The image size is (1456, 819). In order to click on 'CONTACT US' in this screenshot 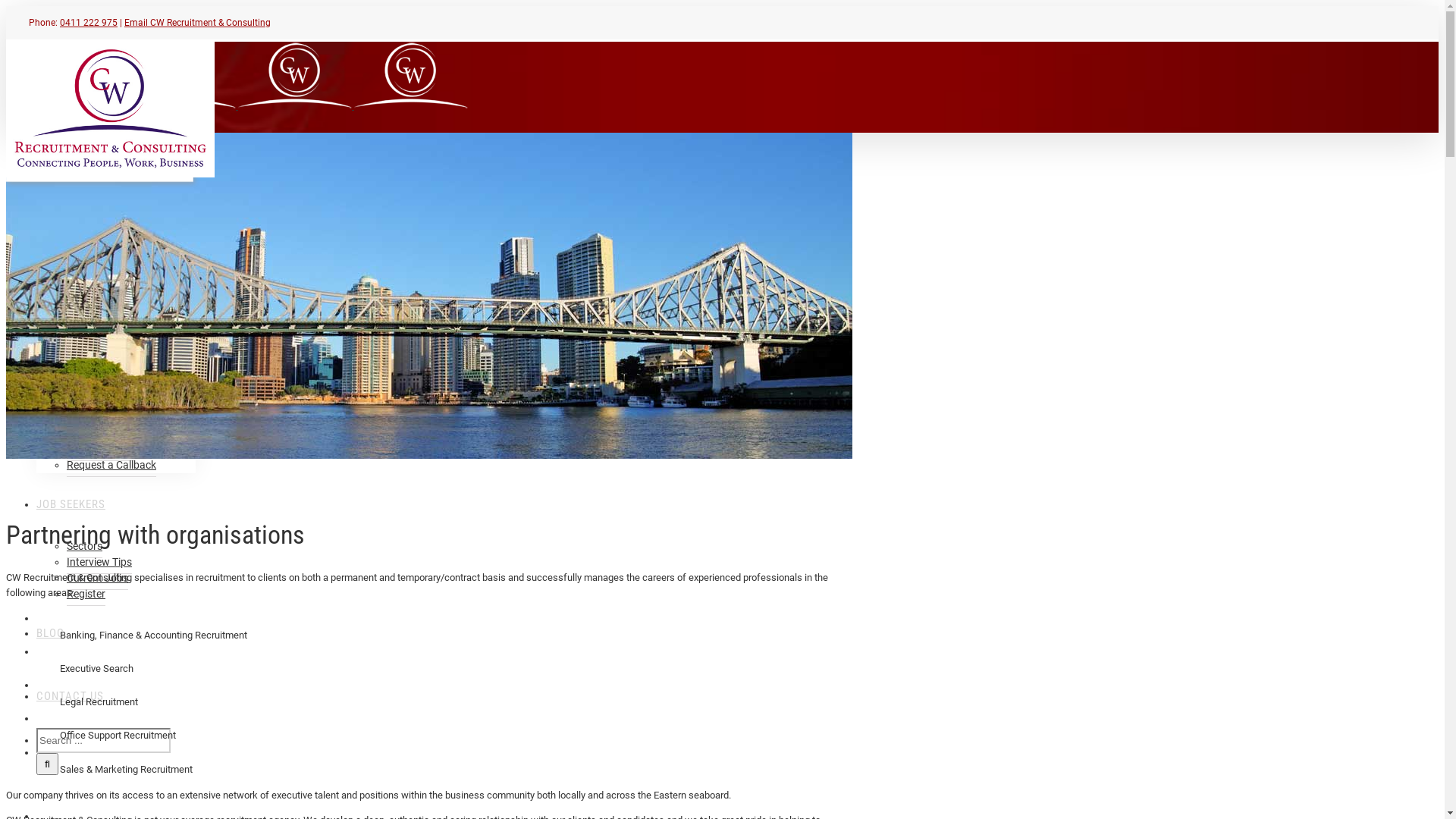, I will do `click(36, 695)`.